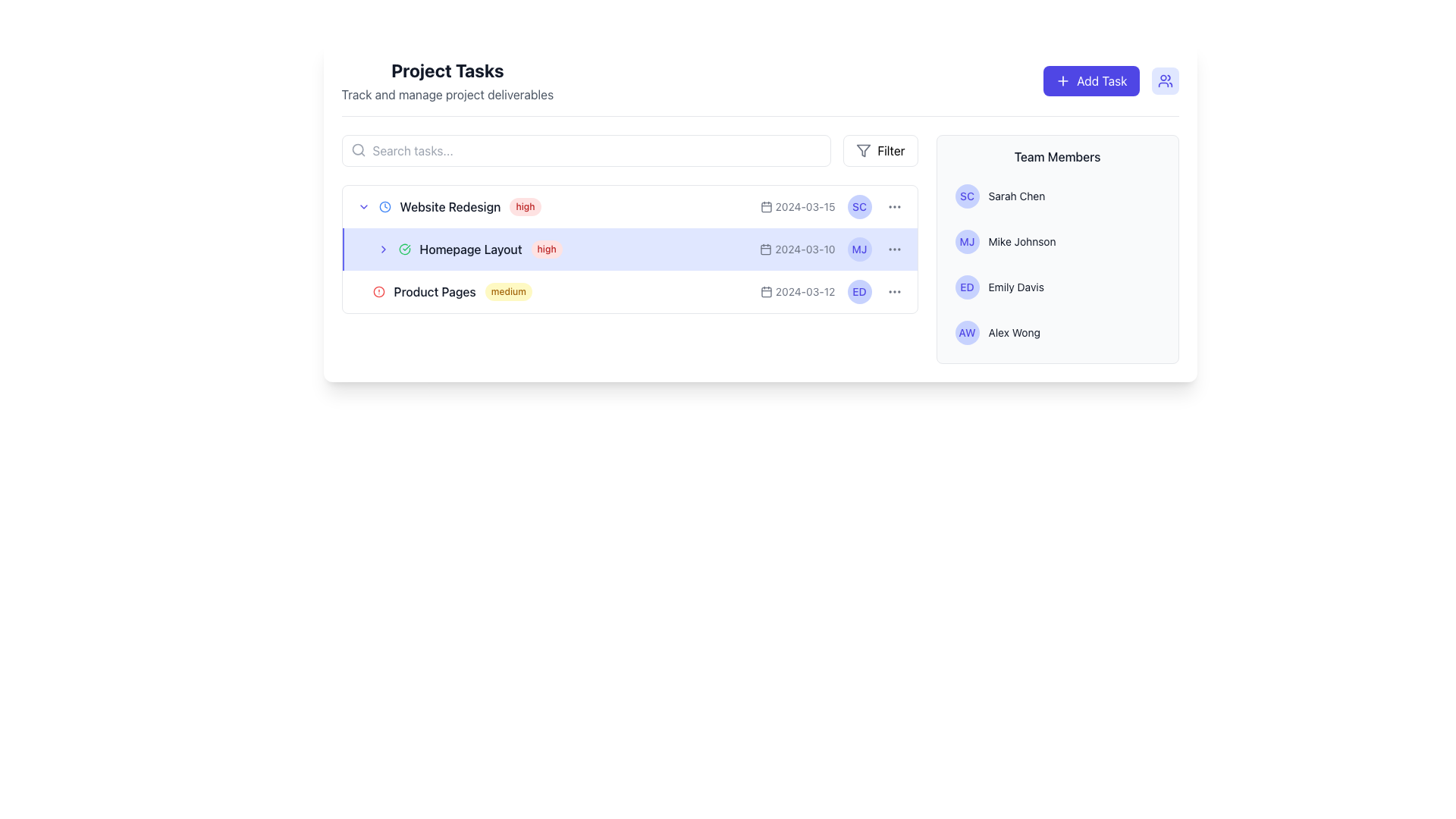 Image resolution: width=1456 pixels, height=819 pixels. Describe the element at coordinates (1056, 263) in the screenshot. I see `a user entry in the list of user entries, which is part of the 'Team Members' section` at that location.